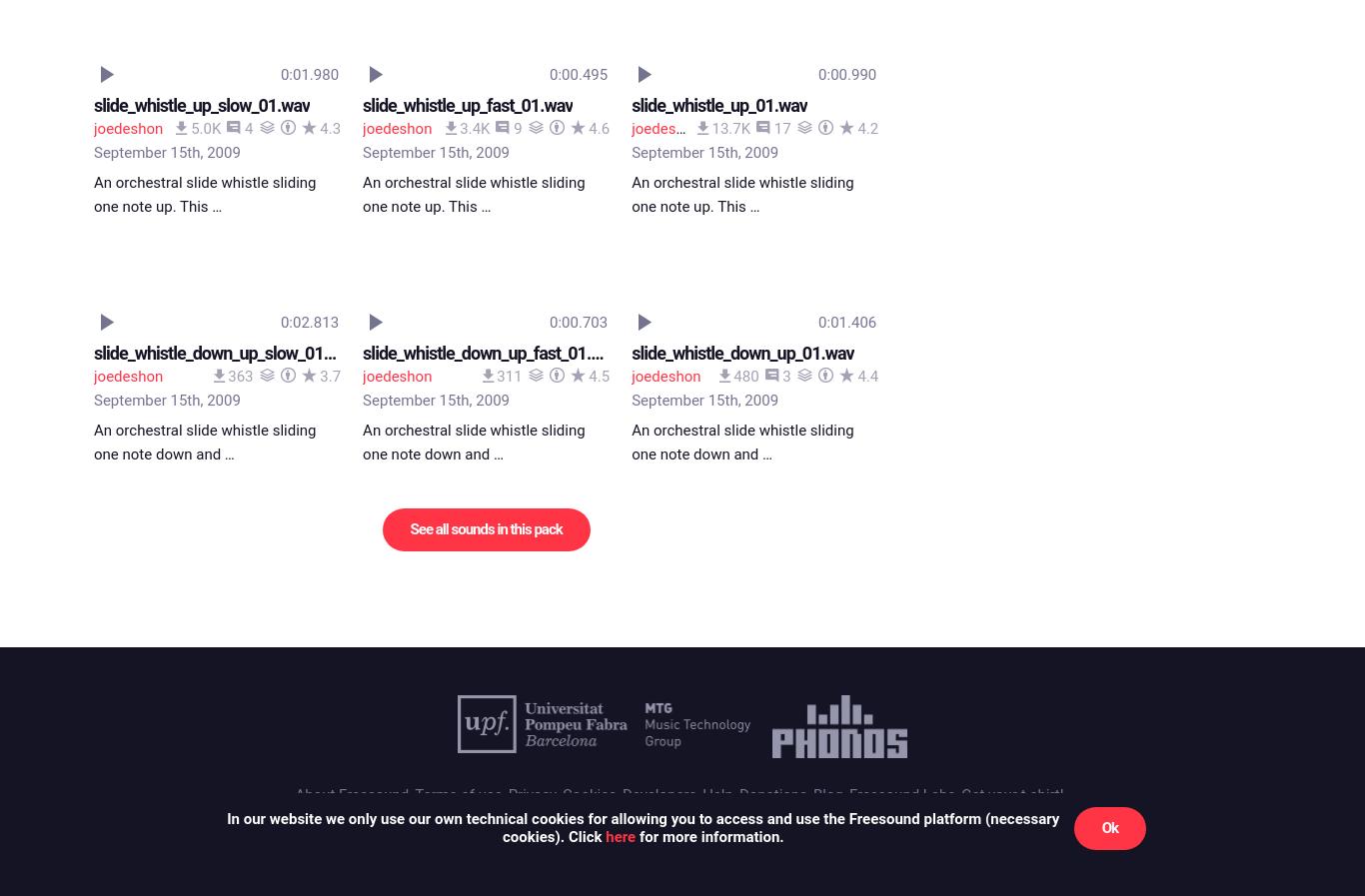  What do you see at coordinates (532, 32) in the screenshot?
I see `'Privacy'` at bounding box center [532, 32].